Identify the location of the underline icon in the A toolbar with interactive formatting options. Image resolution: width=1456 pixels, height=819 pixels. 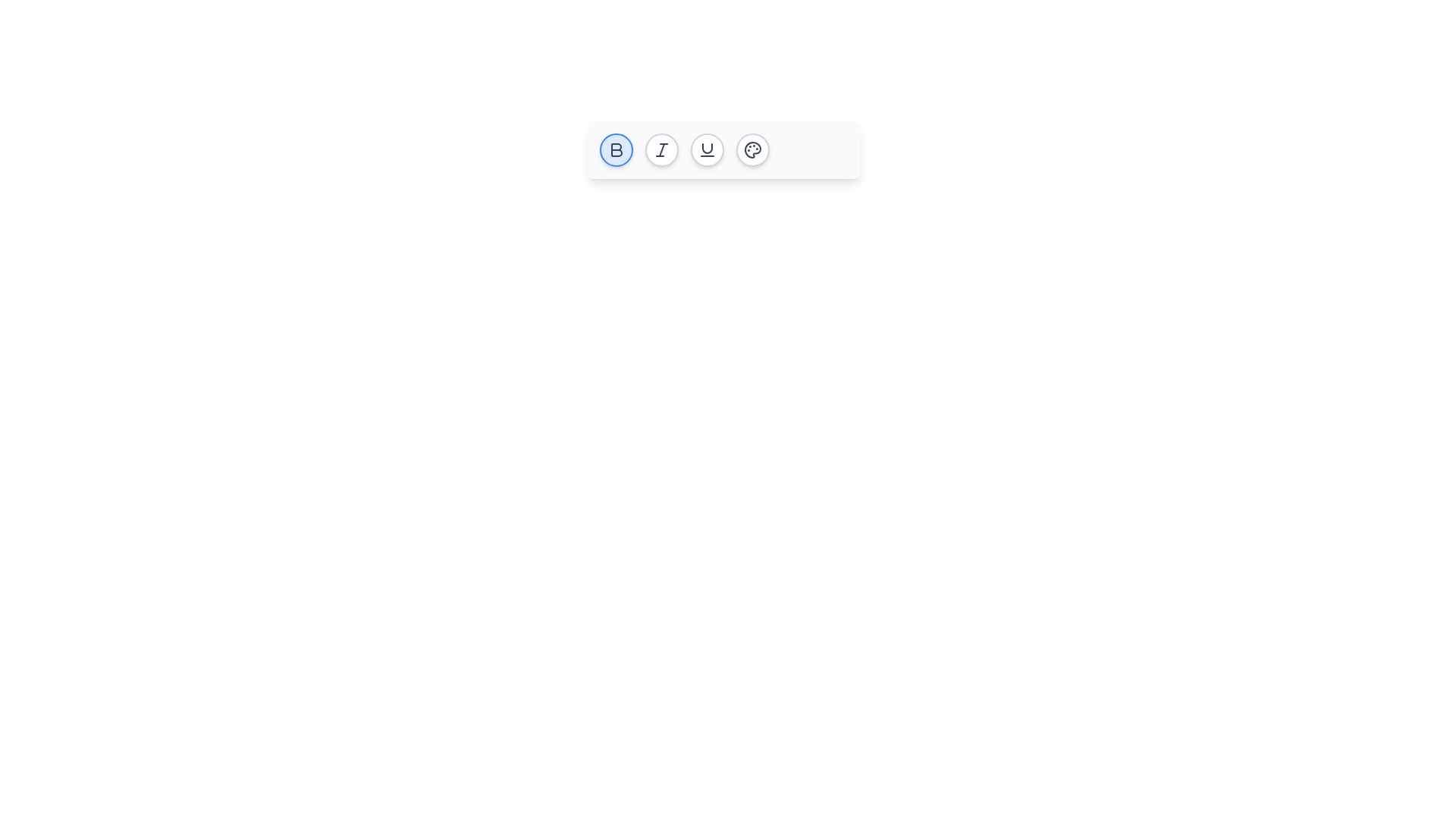
(723, 149).